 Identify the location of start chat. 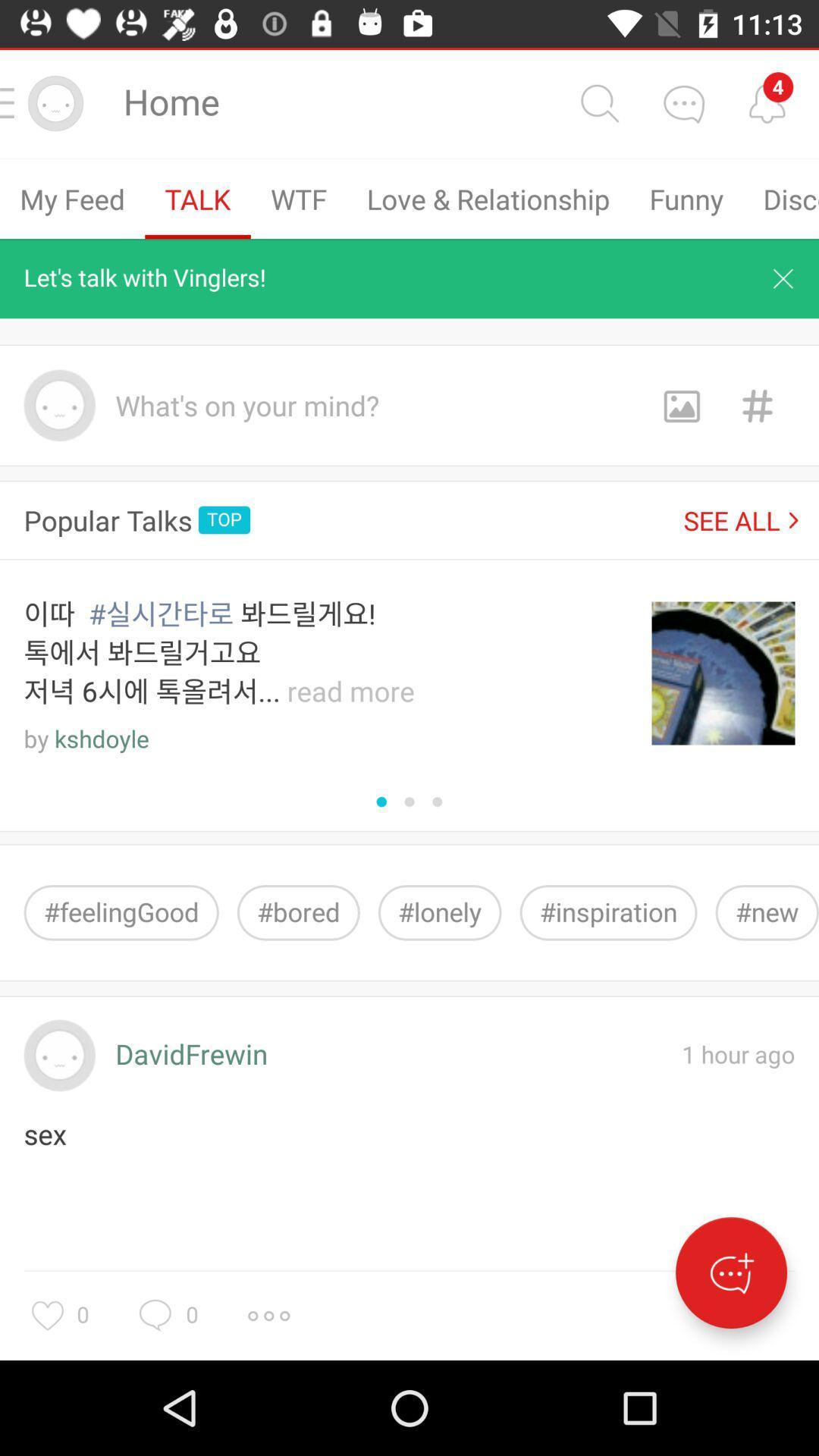
(730, 1272).